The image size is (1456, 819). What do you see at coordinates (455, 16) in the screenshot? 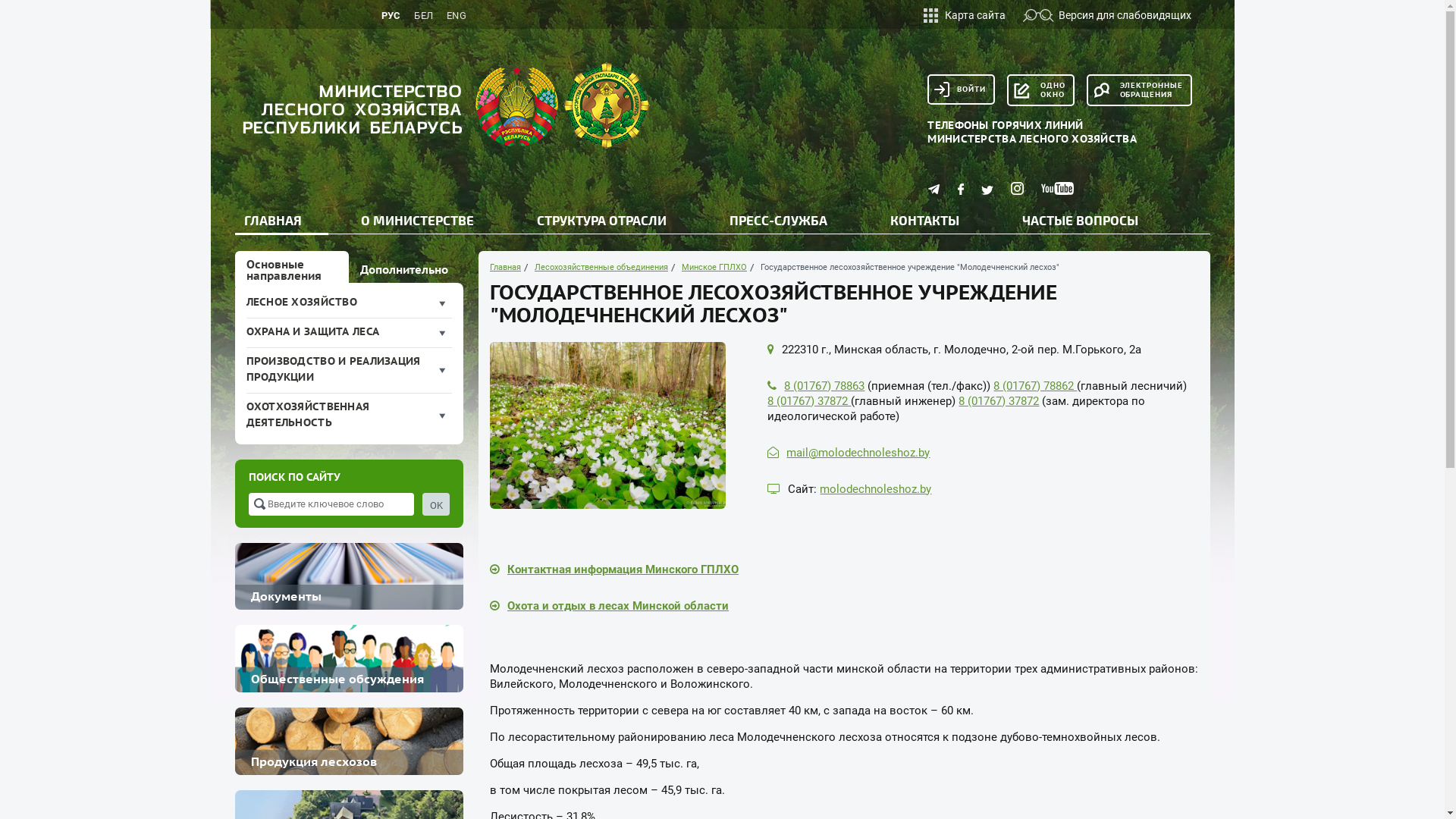
I see `'ENG'` at bounding box center [455, 16].